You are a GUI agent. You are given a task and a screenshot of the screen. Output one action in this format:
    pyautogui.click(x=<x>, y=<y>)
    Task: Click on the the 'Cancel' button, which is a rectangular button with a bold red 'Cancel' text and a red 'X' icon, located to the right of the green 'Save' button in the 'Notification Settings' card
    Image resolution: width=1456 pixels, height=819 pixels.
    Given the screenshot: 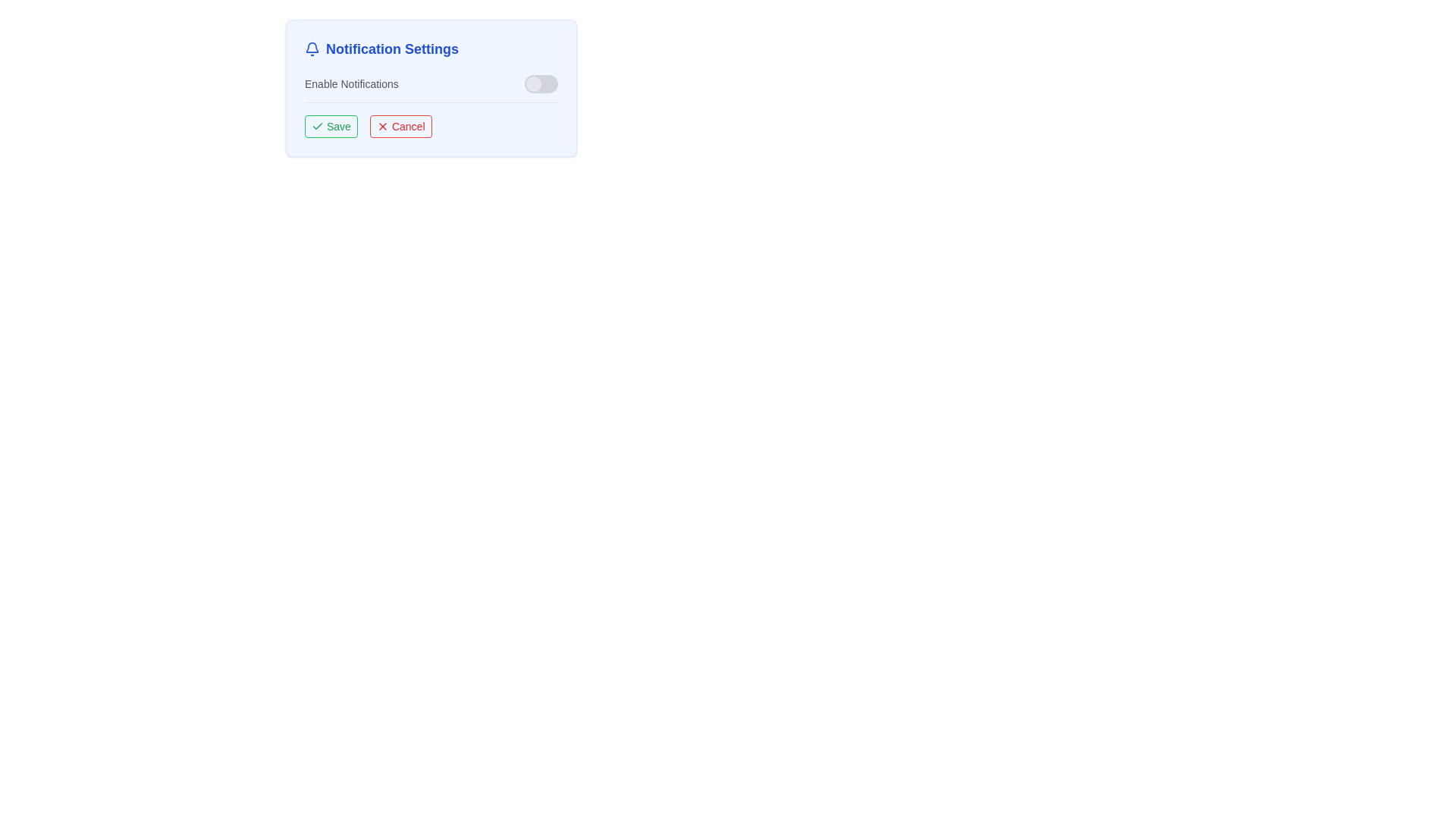 What is the action you would take?
    pyautogui.click(x=408, y=125)
    